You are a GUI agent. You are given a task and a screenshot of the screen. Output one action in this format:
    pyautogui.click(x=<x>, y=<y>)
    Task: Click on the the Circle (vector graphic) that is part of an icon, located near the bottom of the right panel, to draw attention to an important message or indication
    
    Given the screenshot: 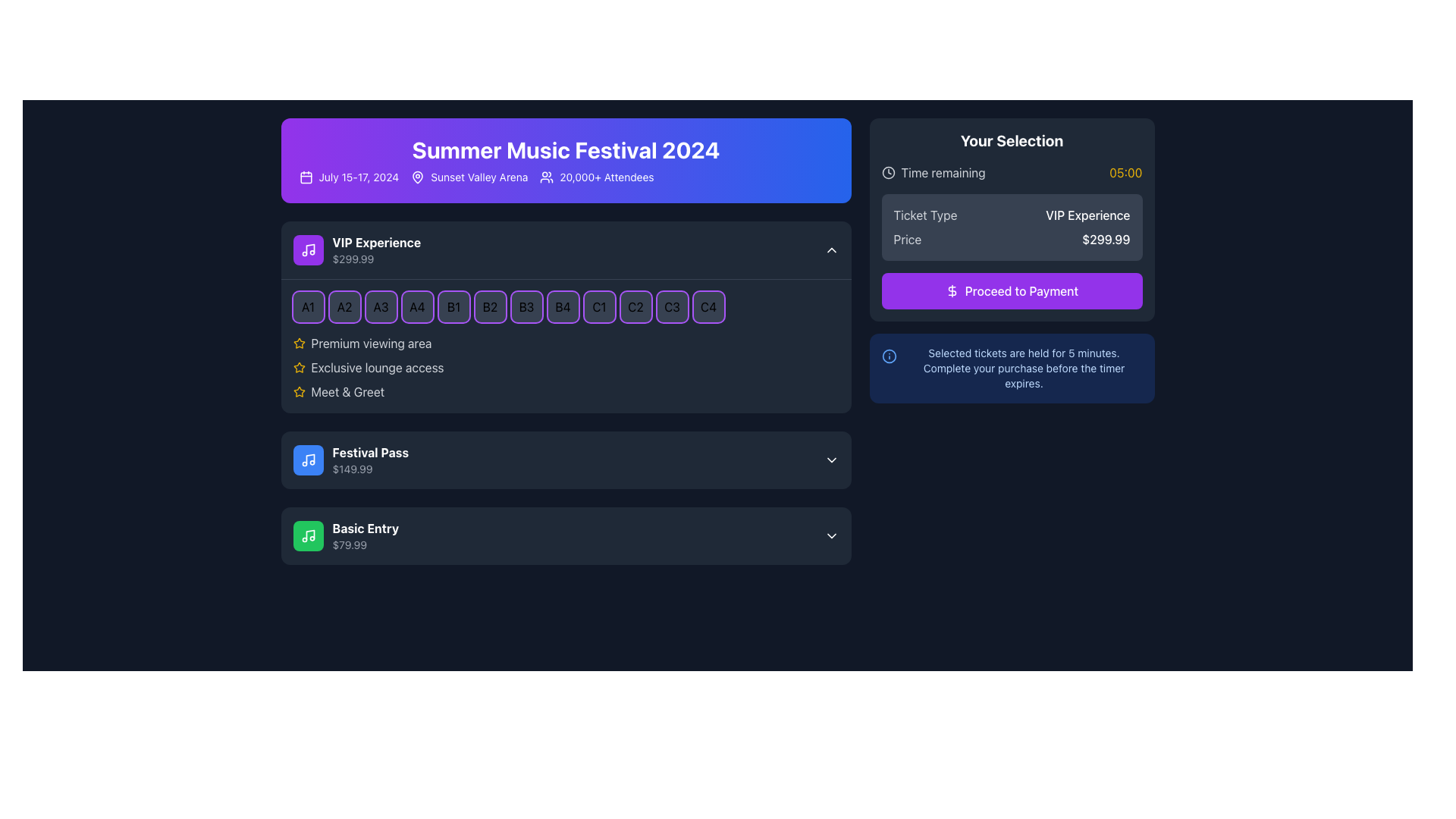 What is the action you would take?
    pyautogui.click(x=889, y=356)
    